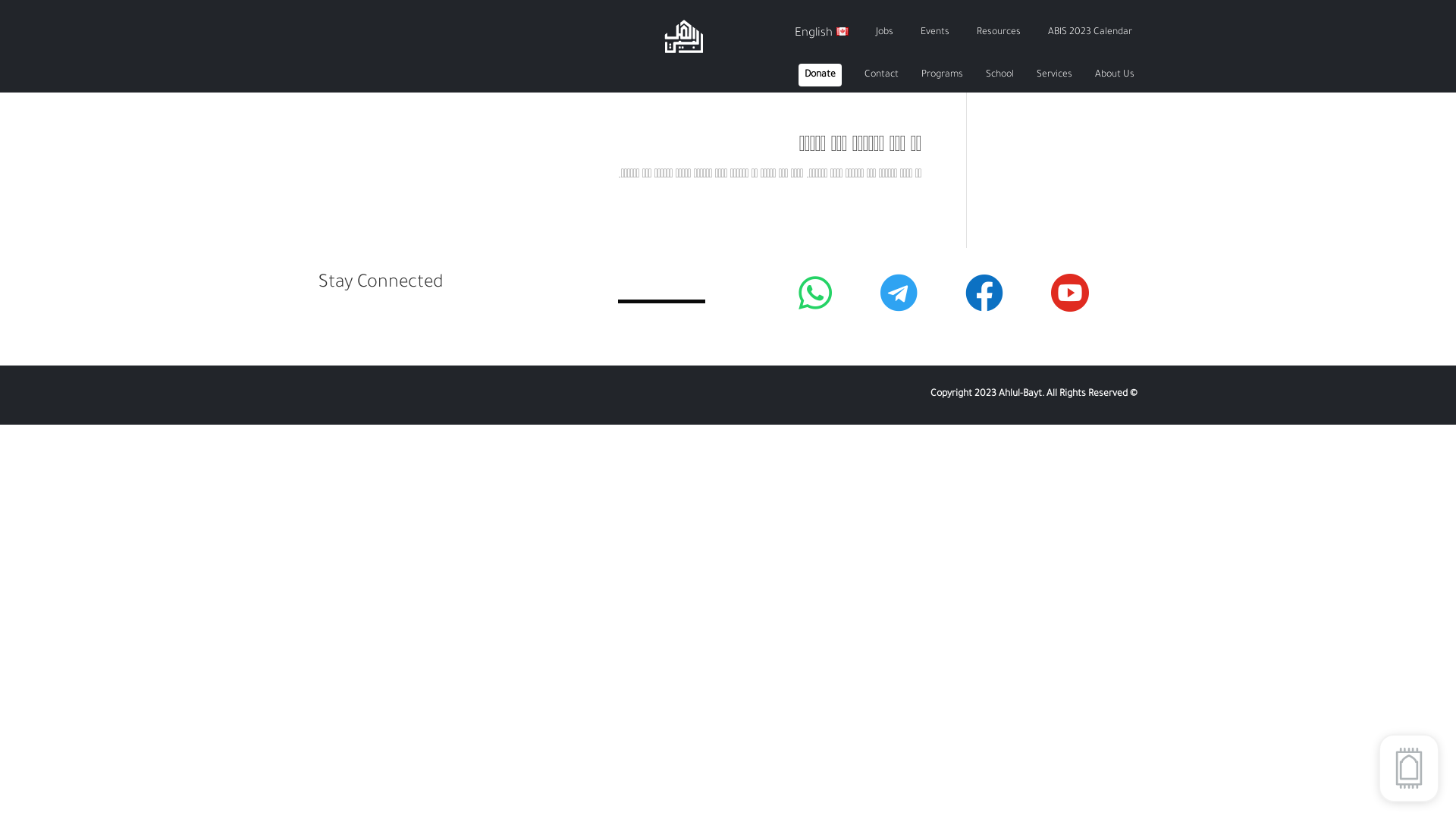  Describe the element at coordinates (876, 33) in the screenshot. I see `'Jobs'` at that location.